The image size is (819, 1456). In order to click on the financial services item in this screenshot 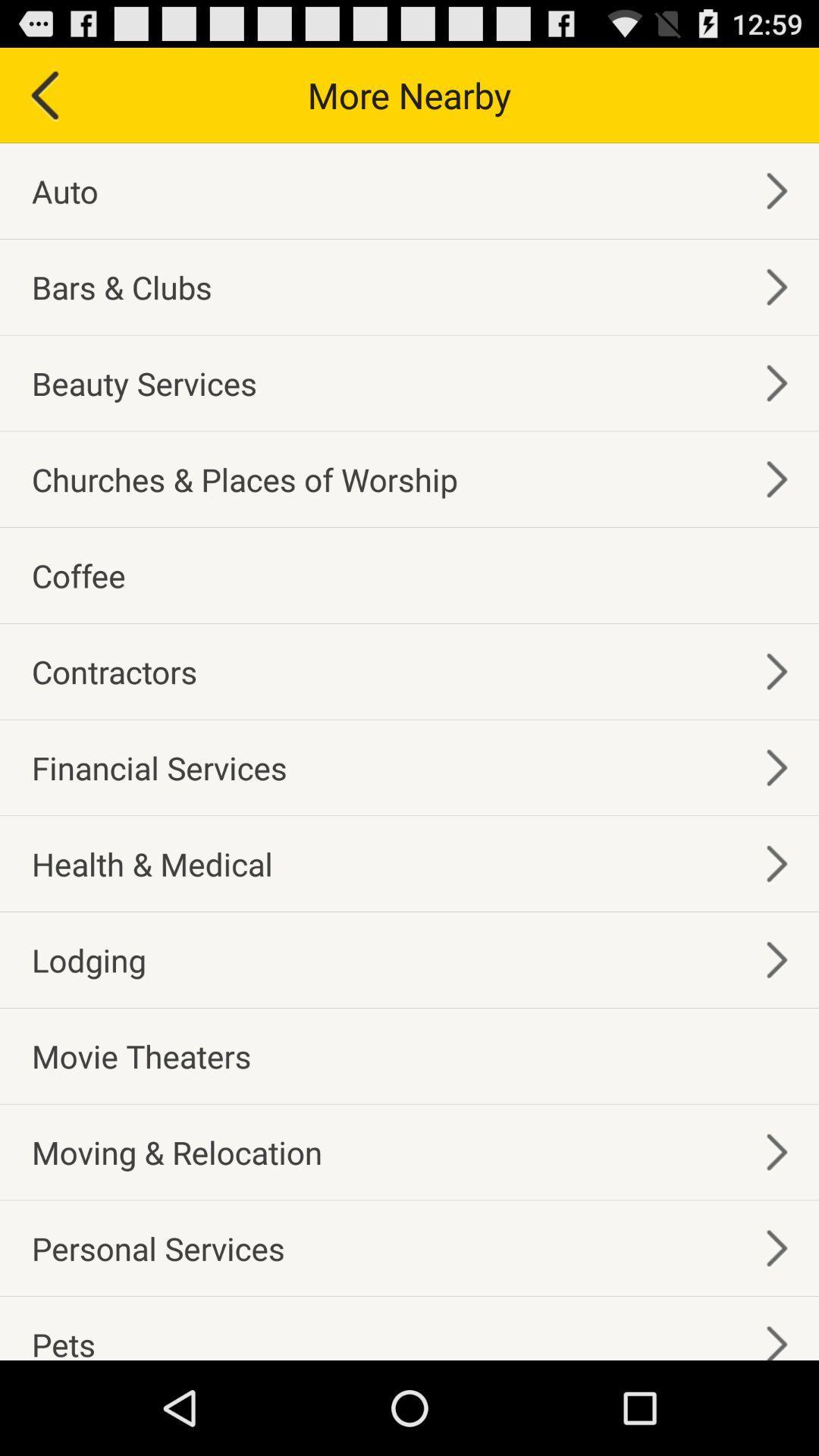, I will do `click(159, 767)`.